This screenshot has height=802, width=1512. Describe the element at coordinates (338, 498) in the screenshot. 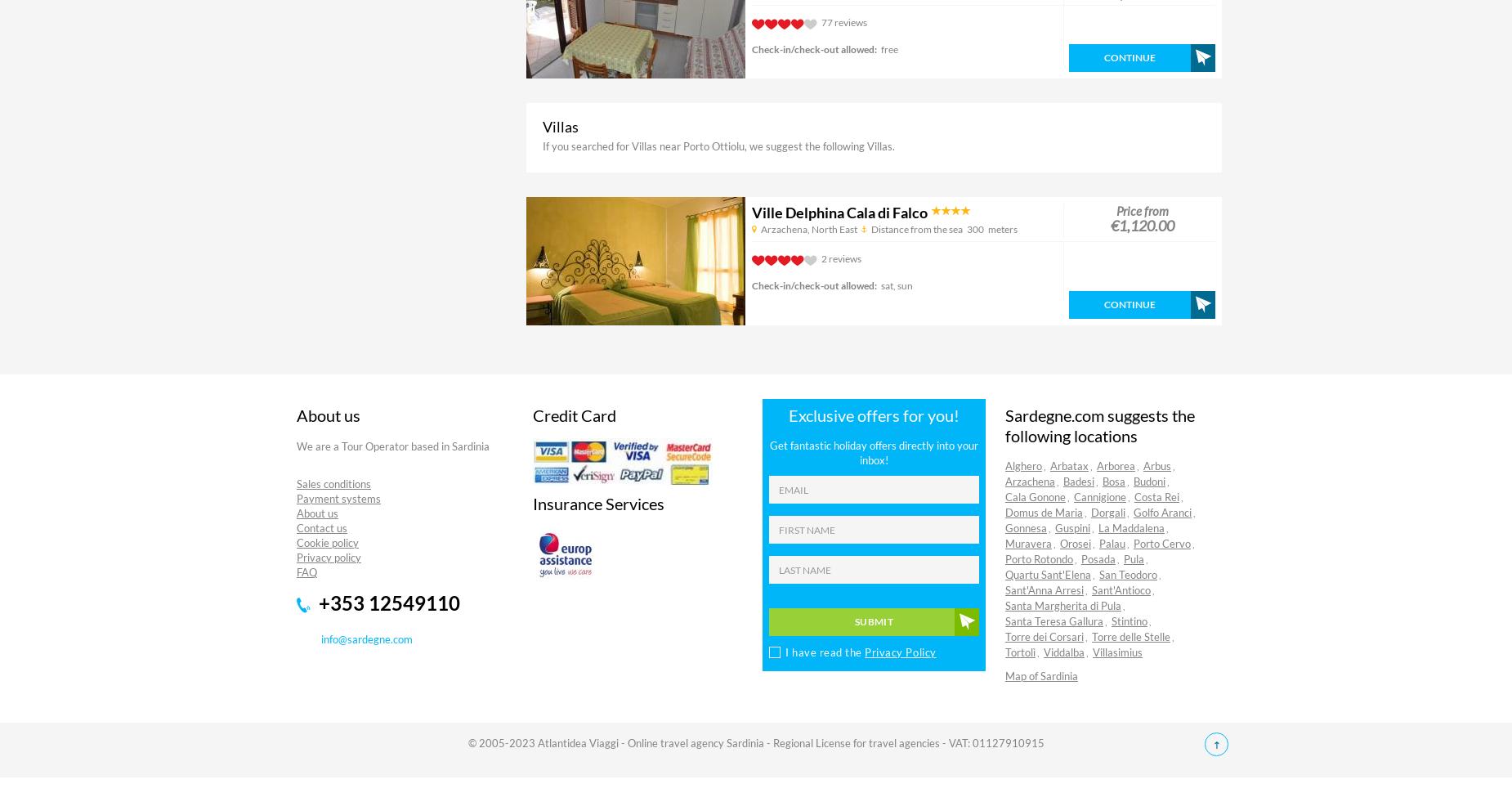

I see `'Payment systems'` at that location.